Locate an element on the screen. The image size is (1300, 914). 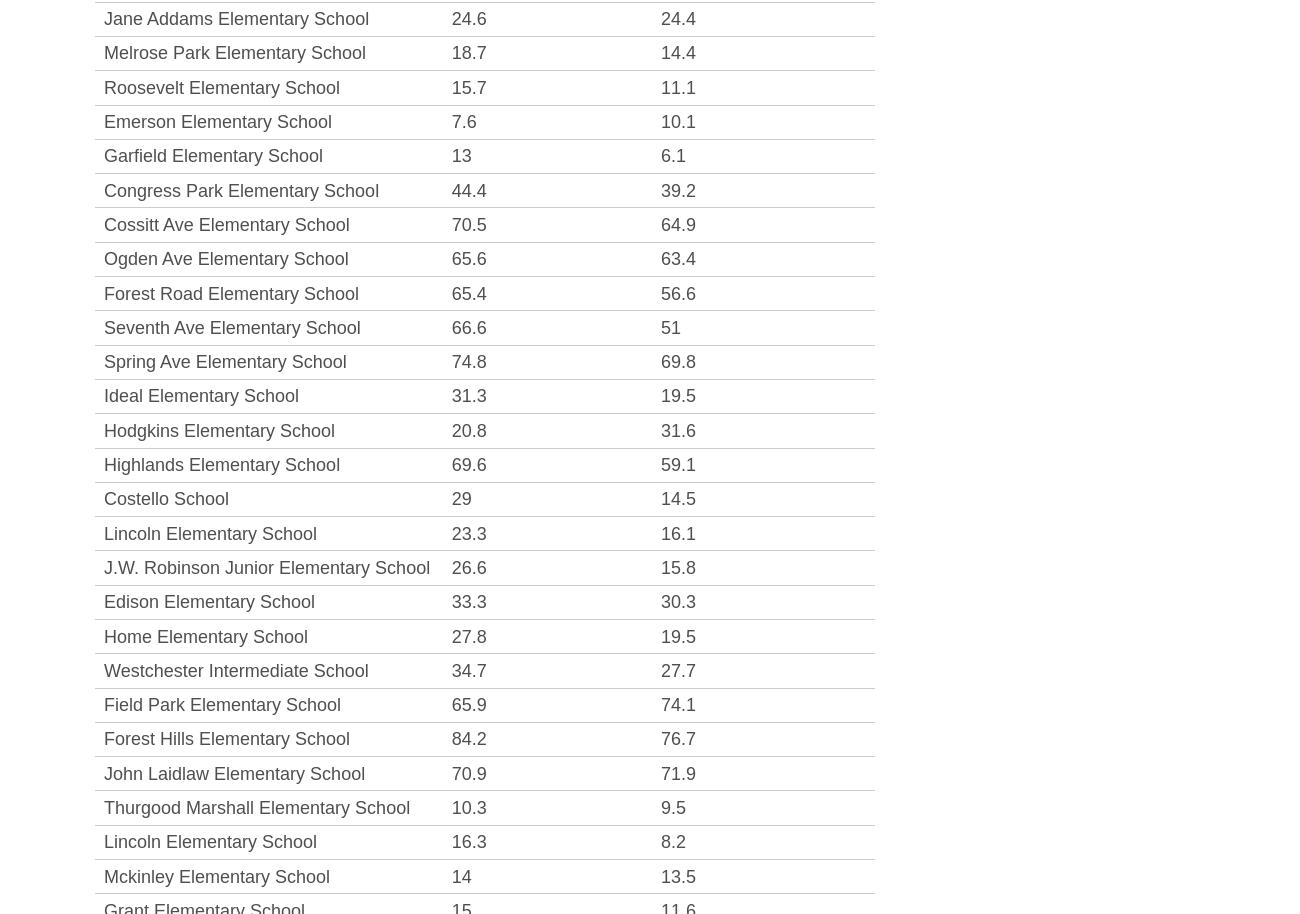
'64.9' is located at coordinates (677, 224).